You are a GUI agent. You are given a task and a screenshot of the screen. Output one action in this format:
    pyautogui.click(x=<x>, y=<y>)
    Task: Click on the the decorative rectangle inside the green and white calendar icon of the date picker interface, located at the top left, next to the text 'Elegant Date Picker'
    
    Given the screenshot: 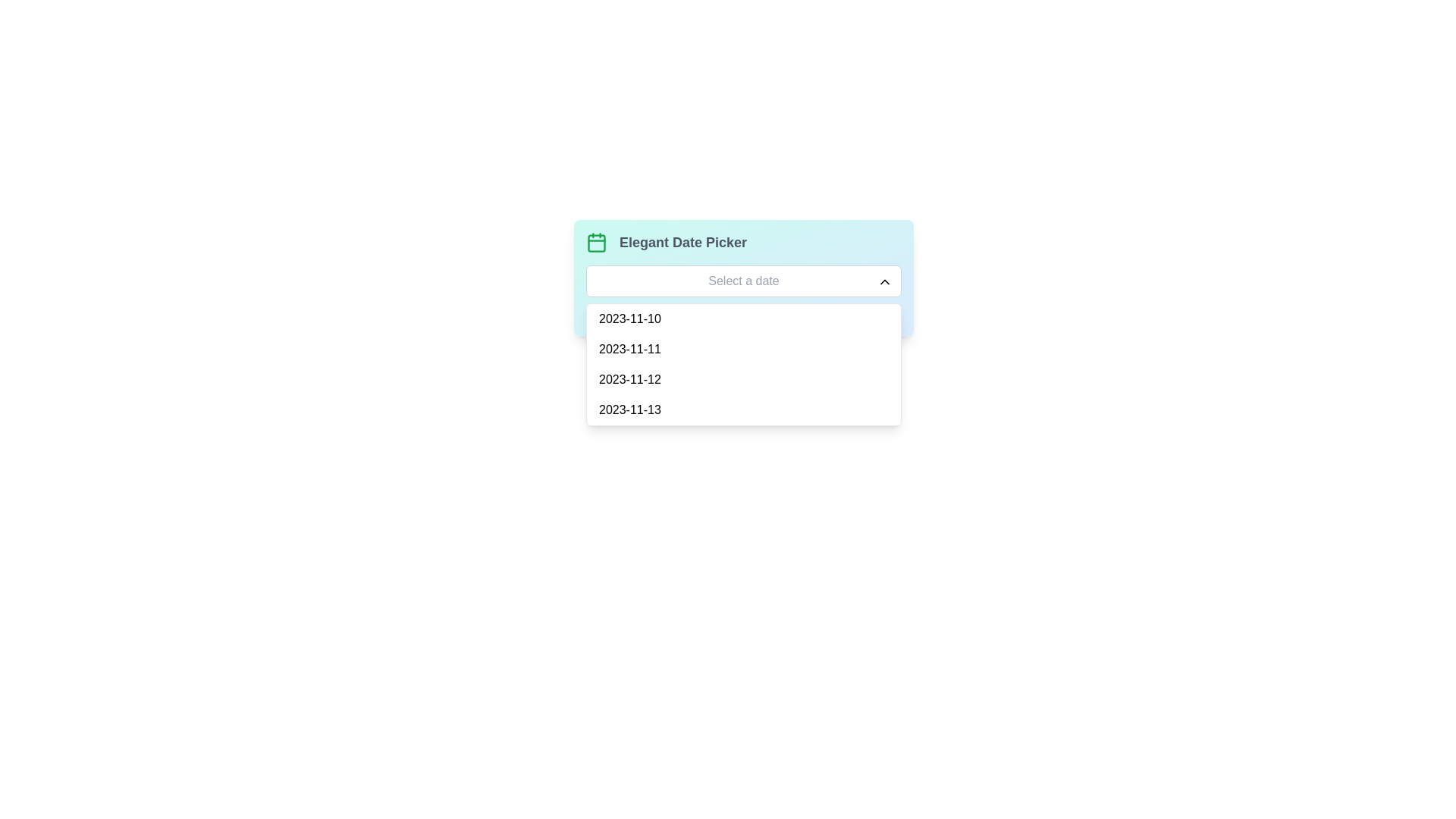 What is the action you would take?
    pyautogui.click(x=596, y=242)
    